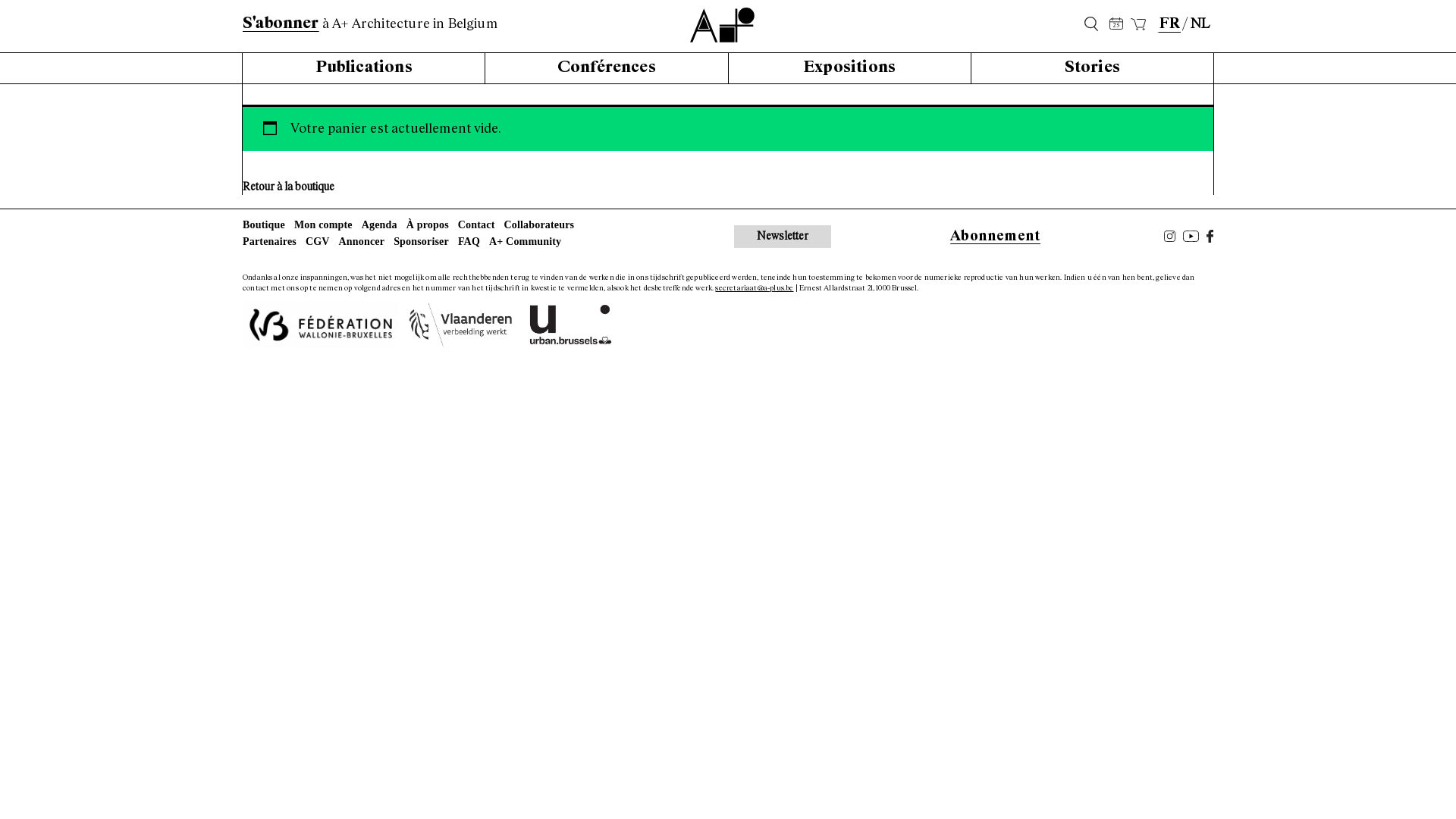 The width and height of the screenshot is (1456, 819). I want to click on 'NL', so click(1197, 24).